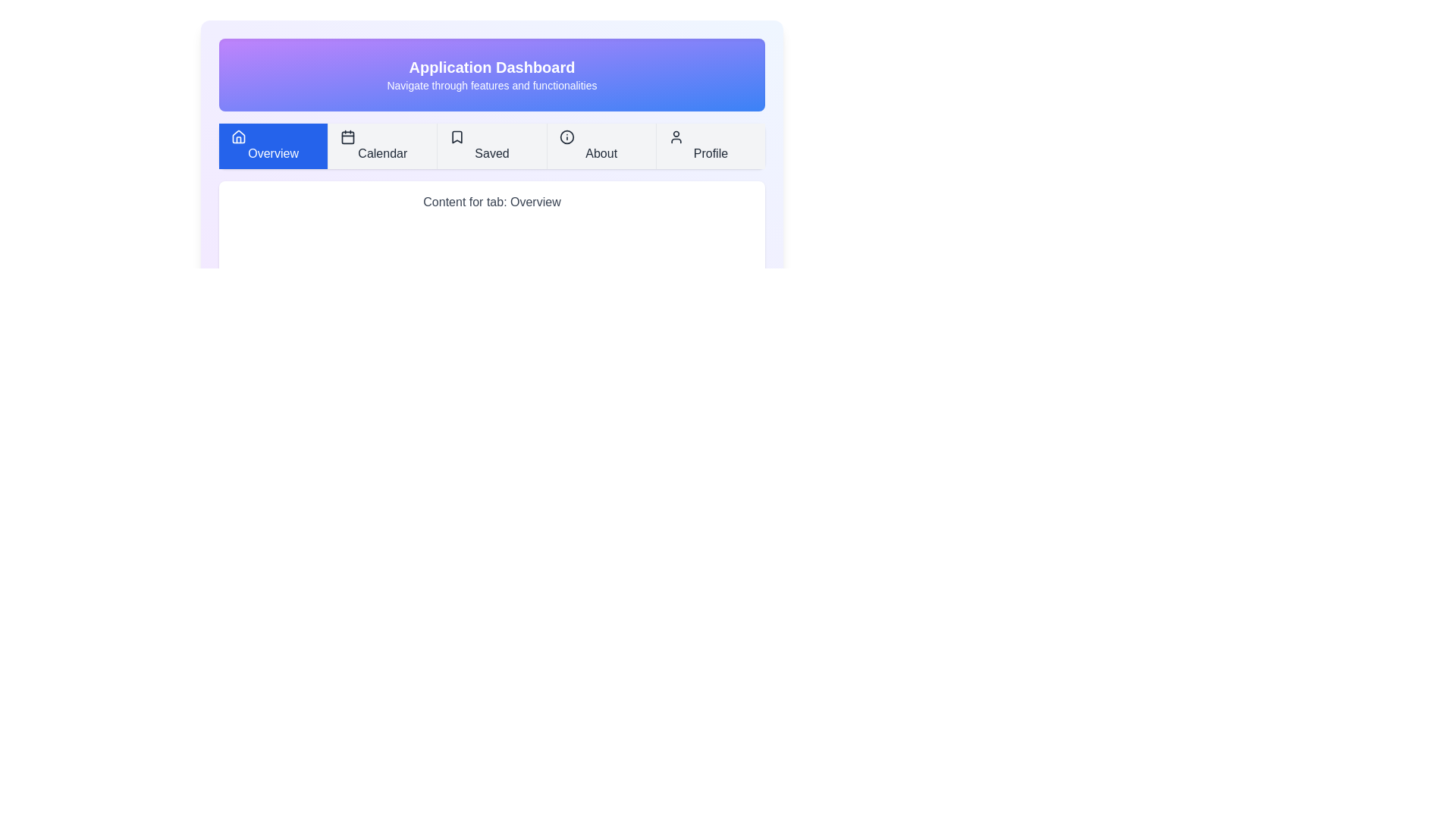 The image size is (1456, 819). I want to click on the calendar icon, which is styled with a rounded design, white fill, and black stroke lines, located within the 'Calendar' tab button in the top navigation bar, so click(347, 137).